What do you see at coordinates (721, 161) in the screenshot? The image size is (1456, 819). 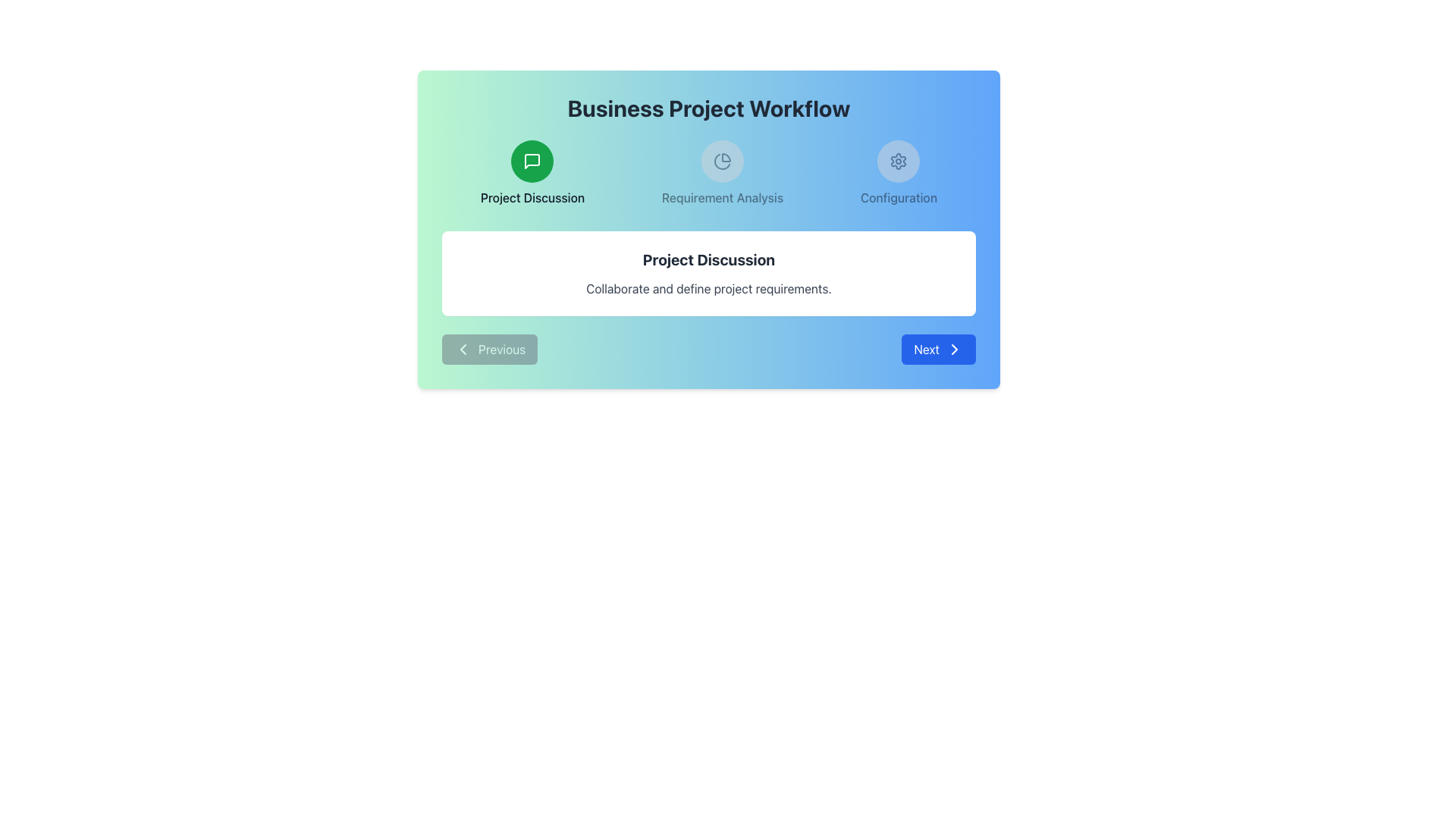 I see `the circular icon button with a pie chart icon, located centrally in the 'Requirement Analysis' section` at bounding box center [721, 161].